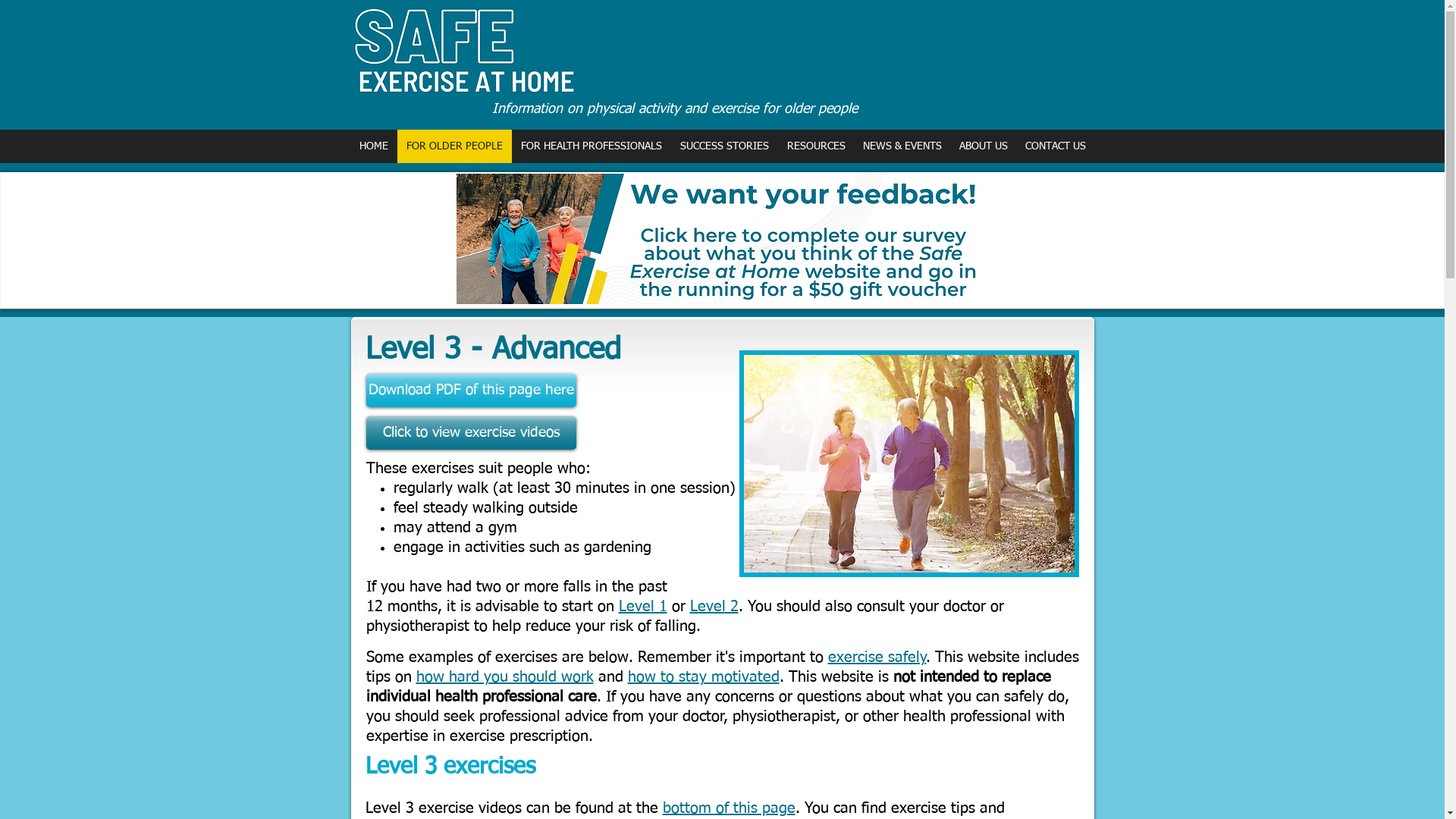  I want to click on 'how hard you should work', so click(415, 676).